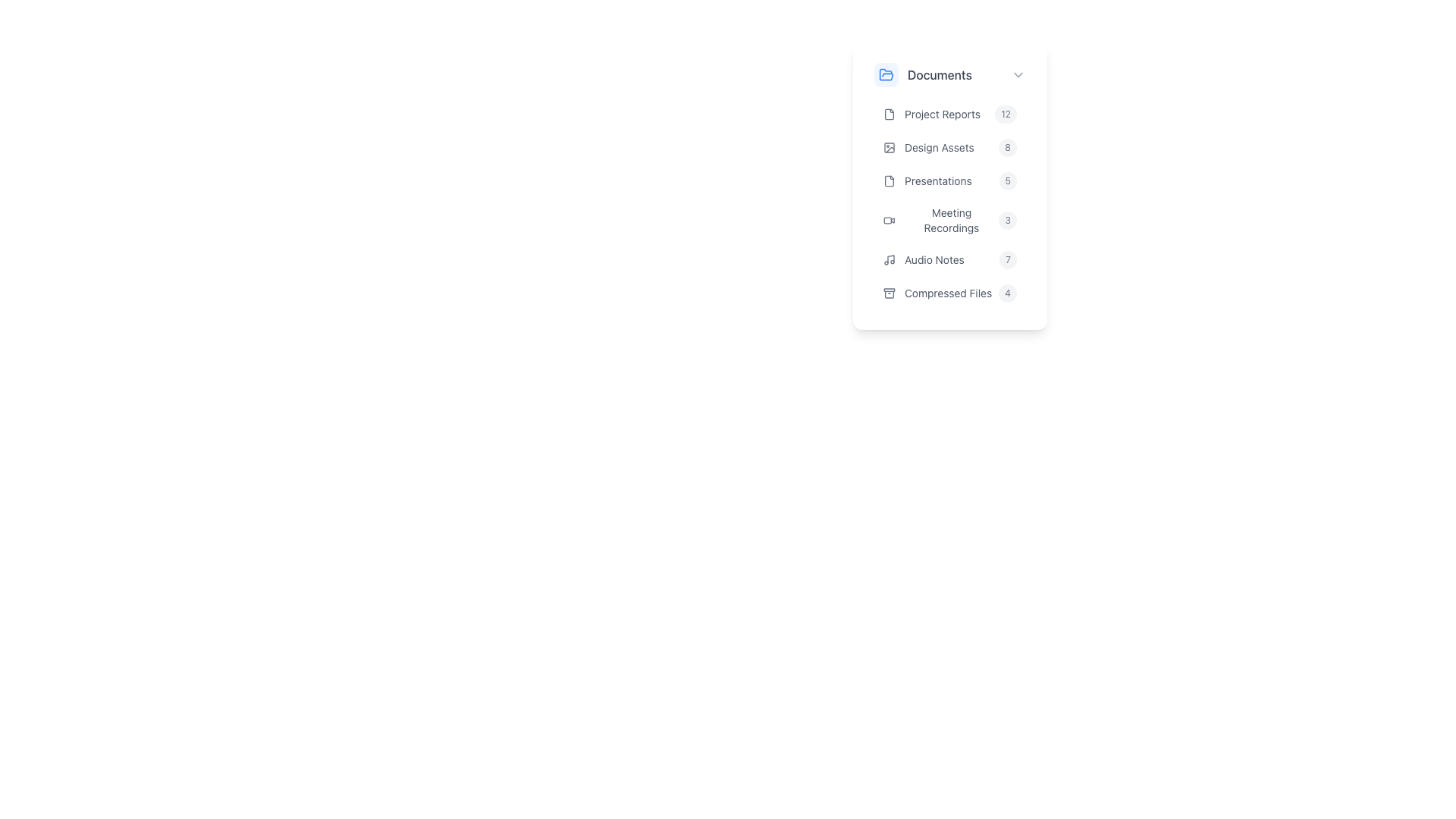 The width and height of the screenshot is (1456, 819). I want to click on the list item representing the category 'Audio Notes' in the sidebar menu titled 'Documents', so click(949, 259).